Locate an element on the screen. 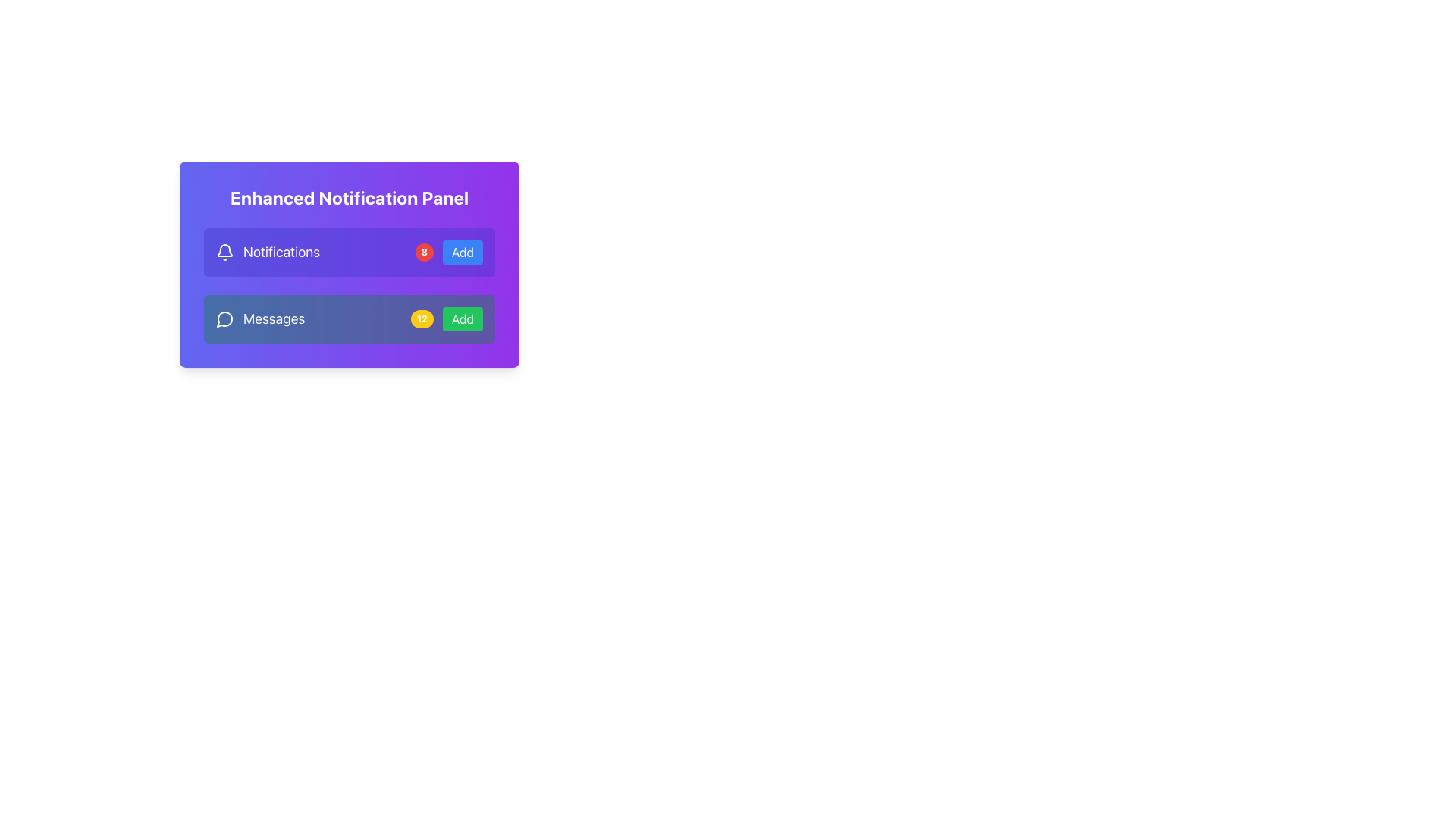  the text label indicating notifications within the 'Enhanced Notification Panel', located adjacent to the bell icon is located at coordinates (281, 251).